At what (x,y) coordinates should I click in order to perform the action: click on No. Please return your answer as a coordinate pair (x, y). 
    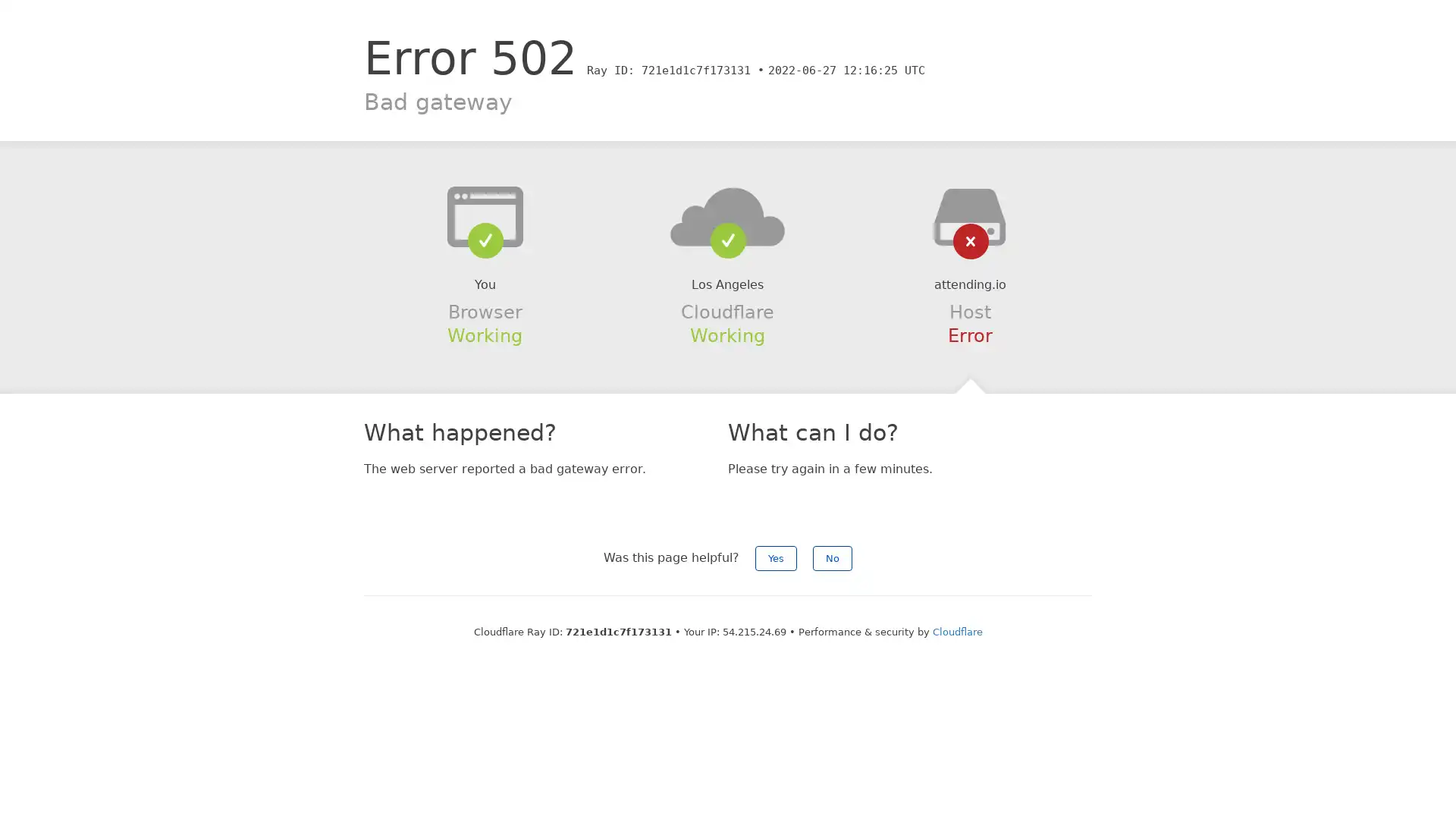
    Looking at the image, I should click on (832, 558).